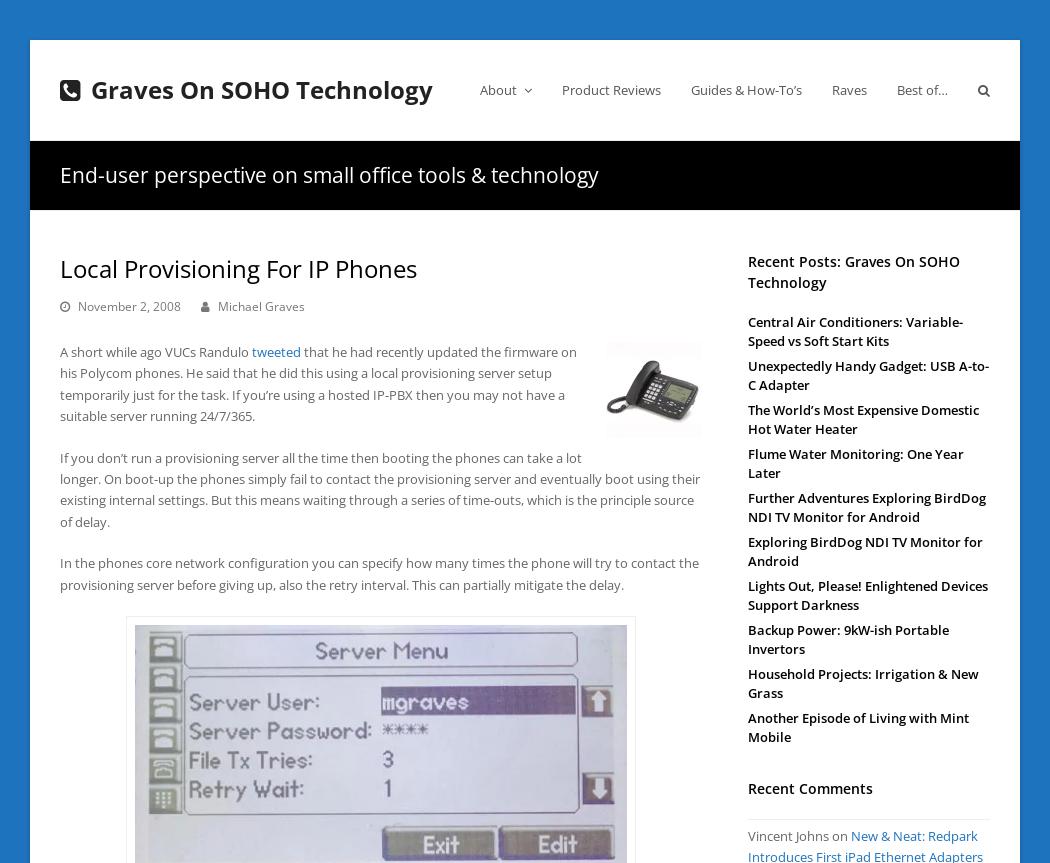  I want to click on 'Vincent Johns', so click(747, 834).